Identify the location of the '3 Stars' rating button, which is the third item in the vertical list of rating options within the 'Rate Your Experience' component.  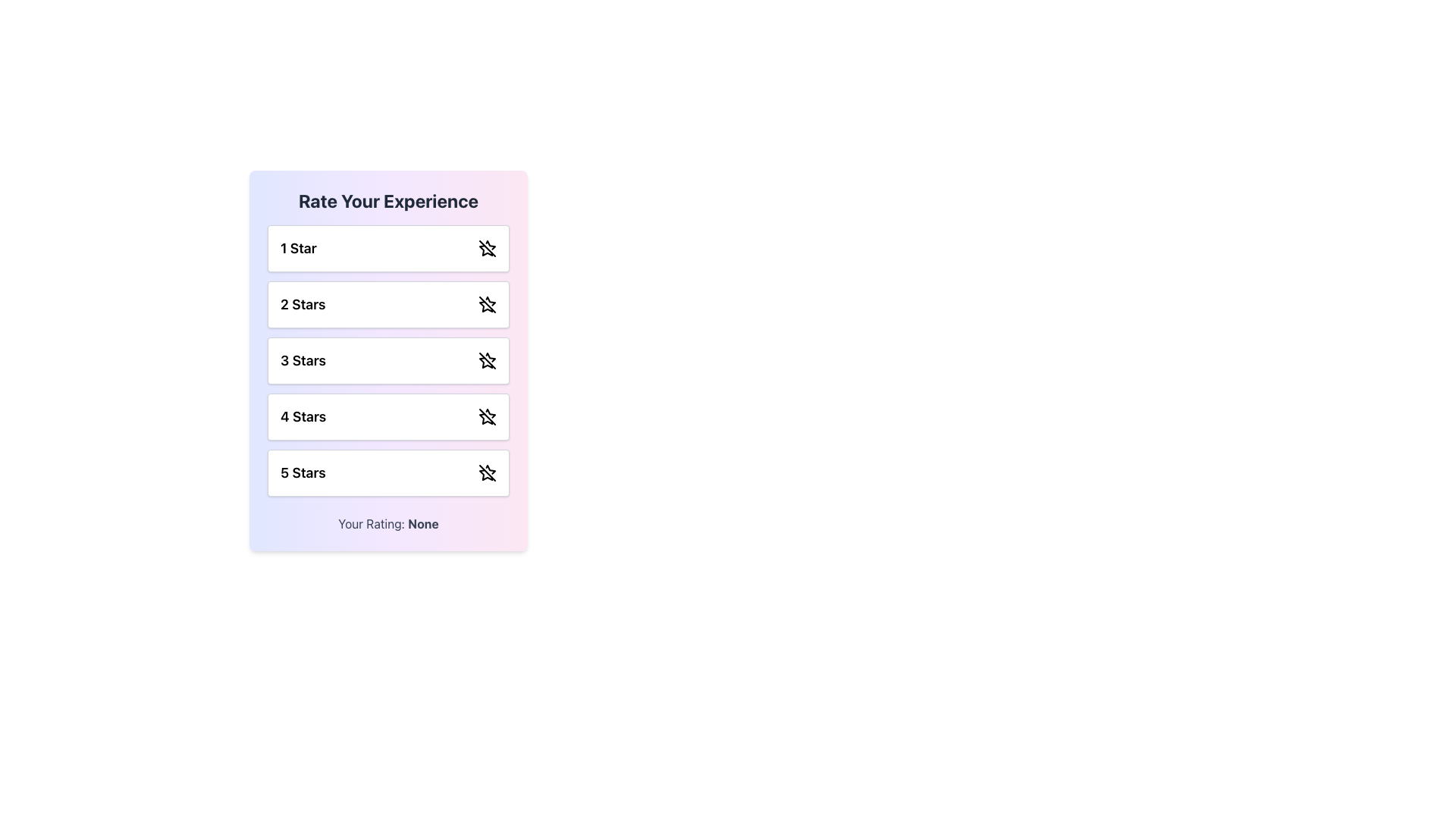
(388, 360).